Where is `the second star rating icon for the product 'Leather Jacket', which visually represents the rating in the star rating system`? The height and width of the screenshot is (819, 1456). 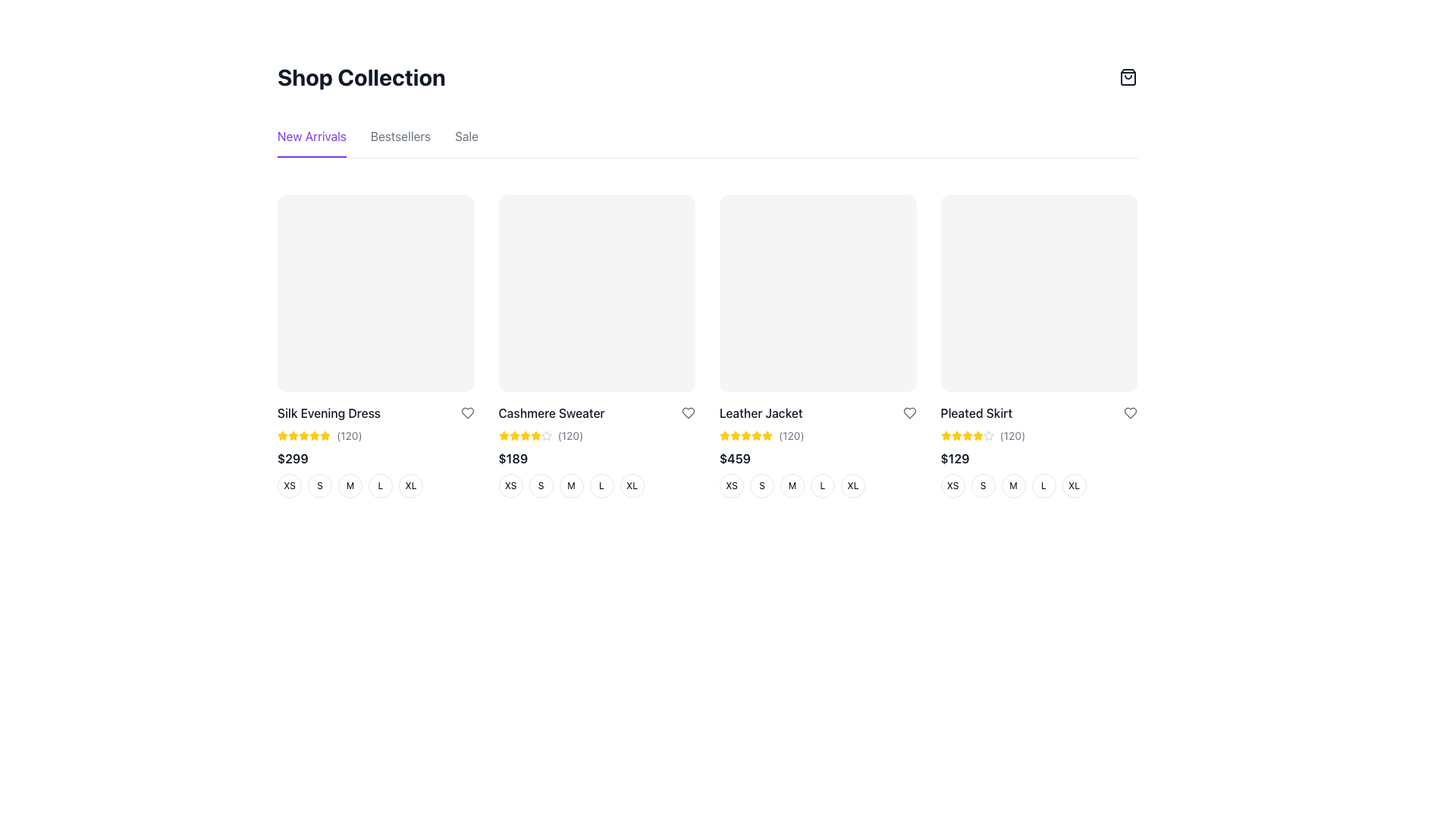 the second star rating icon for the product 'Leather Jacket', which visually represents the rating in the star rating system is located at coordinates (735, 435).